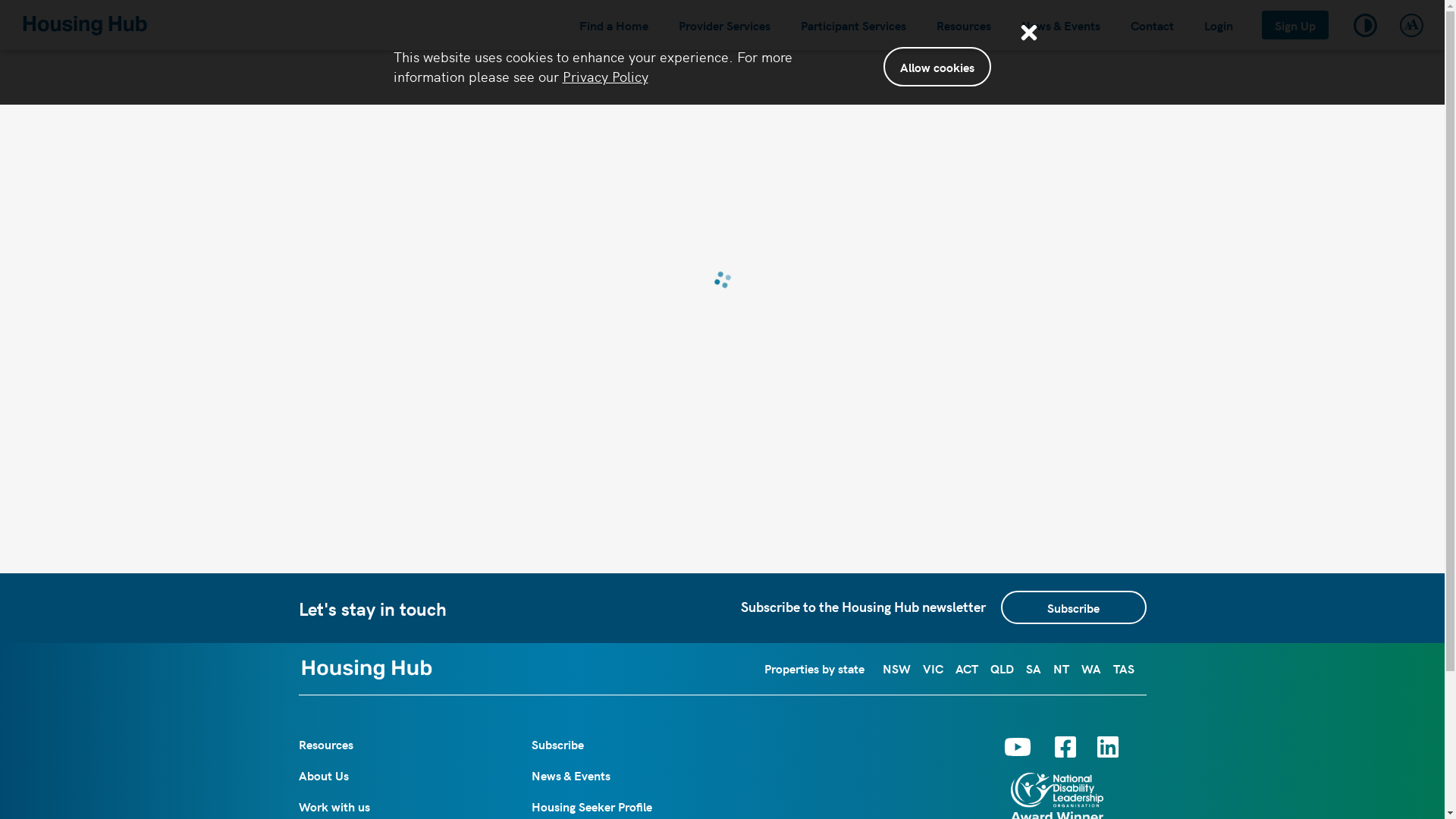 The image size is (1456, 819). What do you see at coordinates (853, 25) in the screenshot?
I see `'Participant Services'` at bounding box center [853, 25].